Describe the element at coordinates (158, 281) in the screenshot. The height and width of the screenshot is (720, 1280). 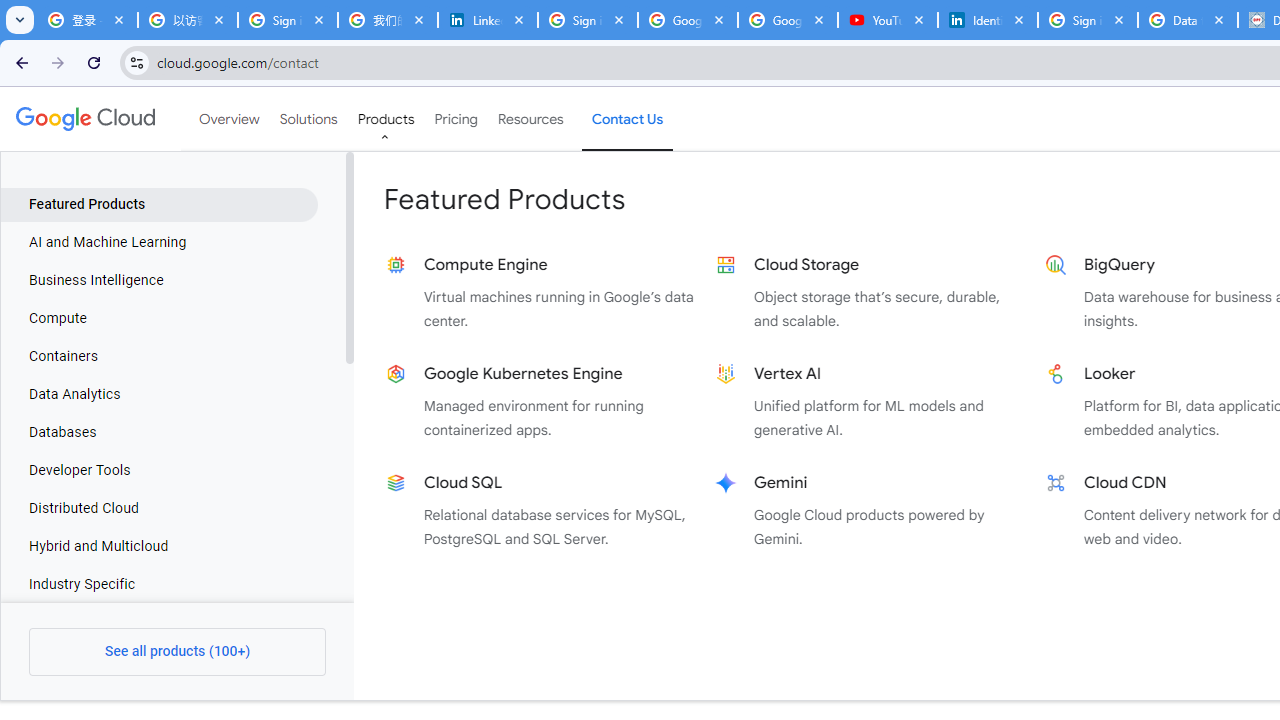
I see `'Business Intelligence'` at that location.